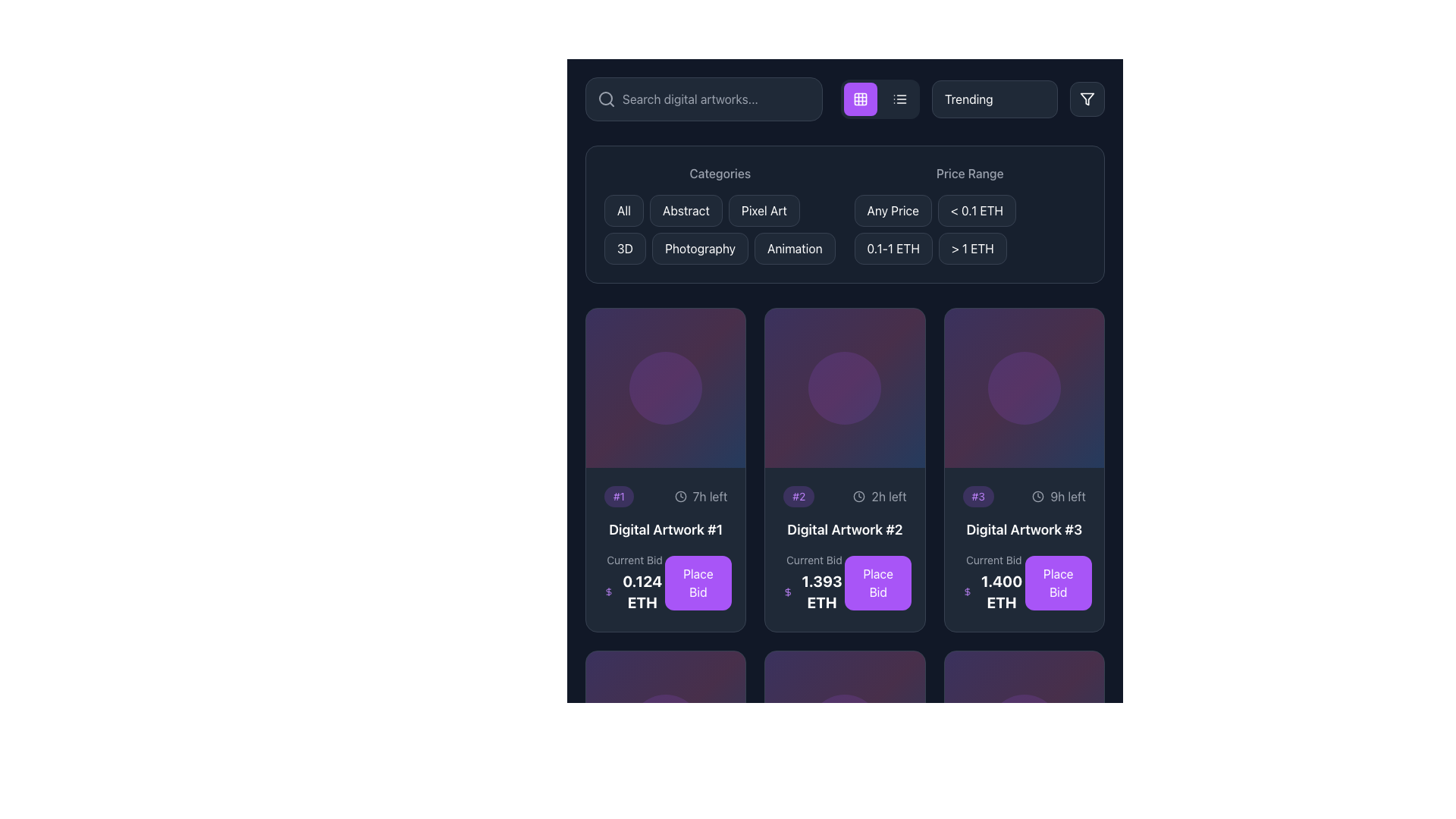 This screenshot has height=819, width=1456. What do you see at coordinates (972, 99) in the screenshot?
I see `the dropdown menu with white text reading 'TrendingNewestPrice: Low to HighPrice: High to Low'` at bounding box center [972, 99].